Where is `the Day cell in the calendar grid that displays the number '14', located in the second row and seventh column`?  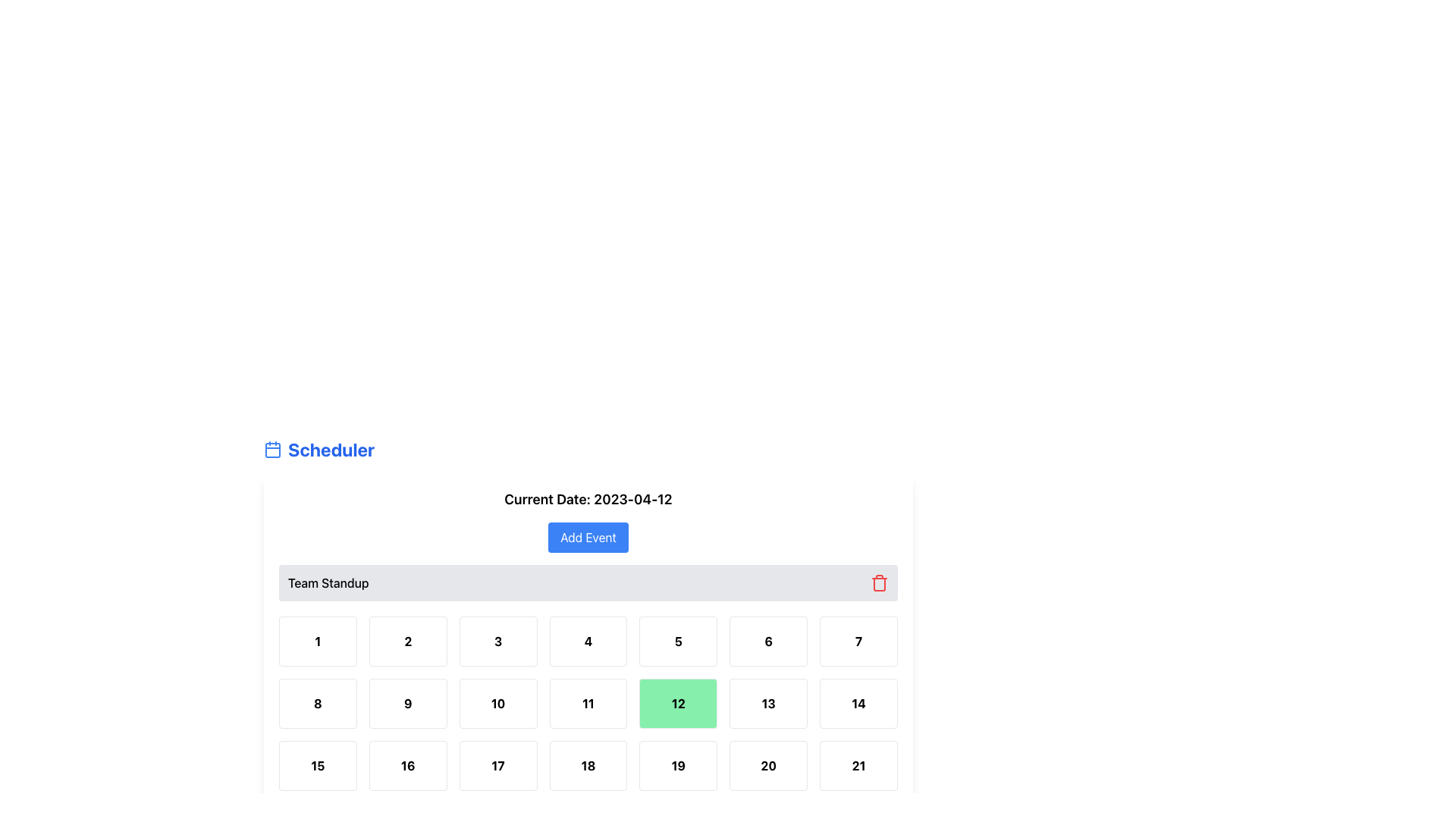
the Day cell in the calendar grid that displays the number '14', located in the second row and seventh column is located at coordinates (858, 704).